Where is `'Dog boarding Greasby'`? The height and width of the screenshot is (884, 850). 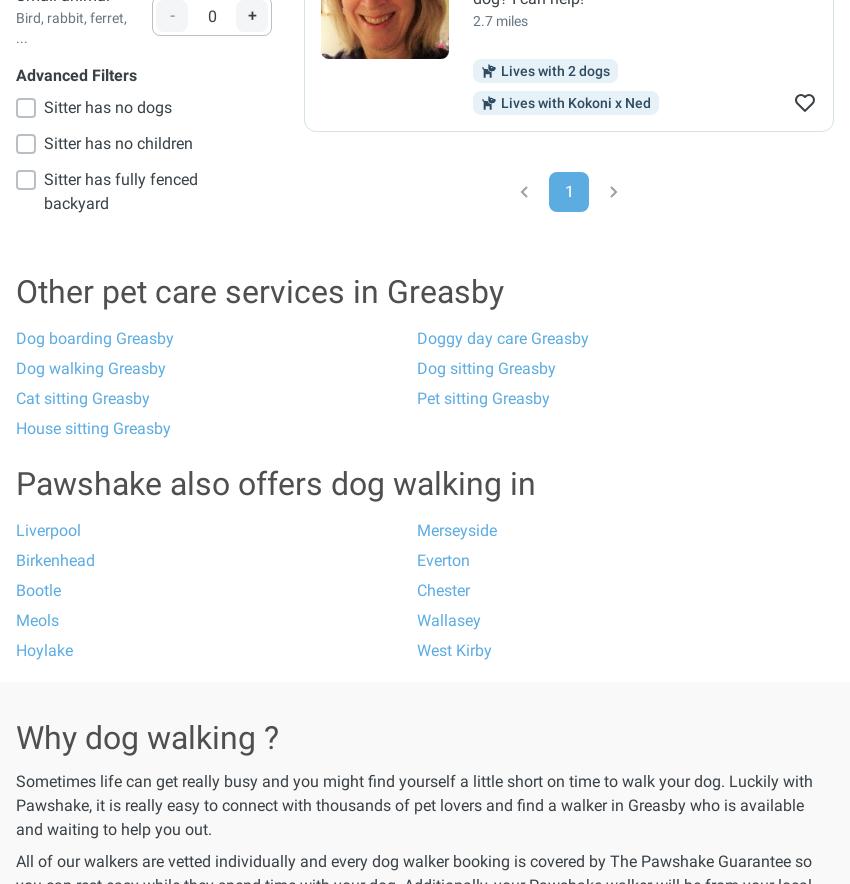
'Dog boarding Greasby' is located at coordinates (94, 337).